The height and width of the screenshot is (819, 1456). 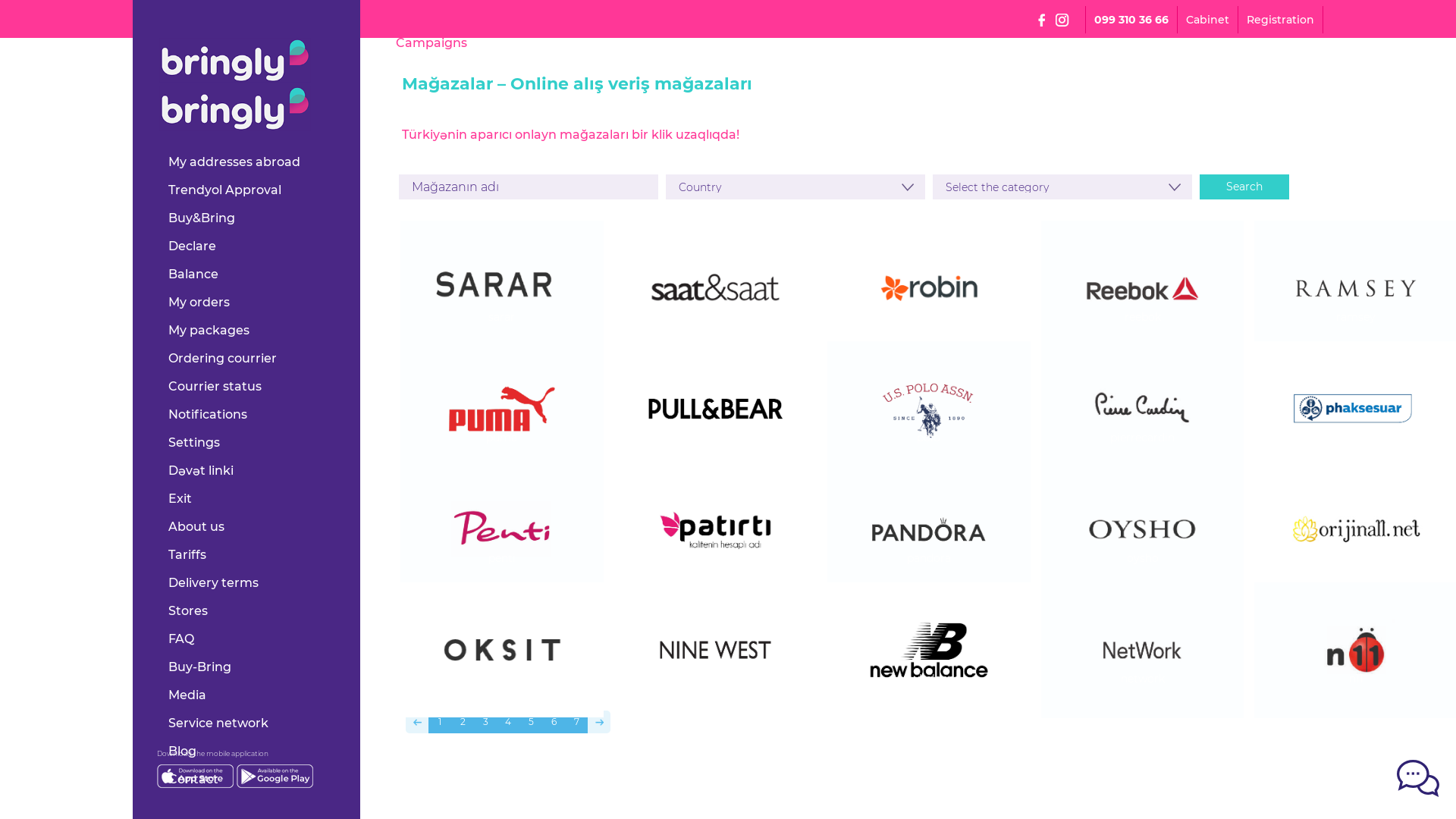 I want to click on 'Contact', so click(x=168, y=779).